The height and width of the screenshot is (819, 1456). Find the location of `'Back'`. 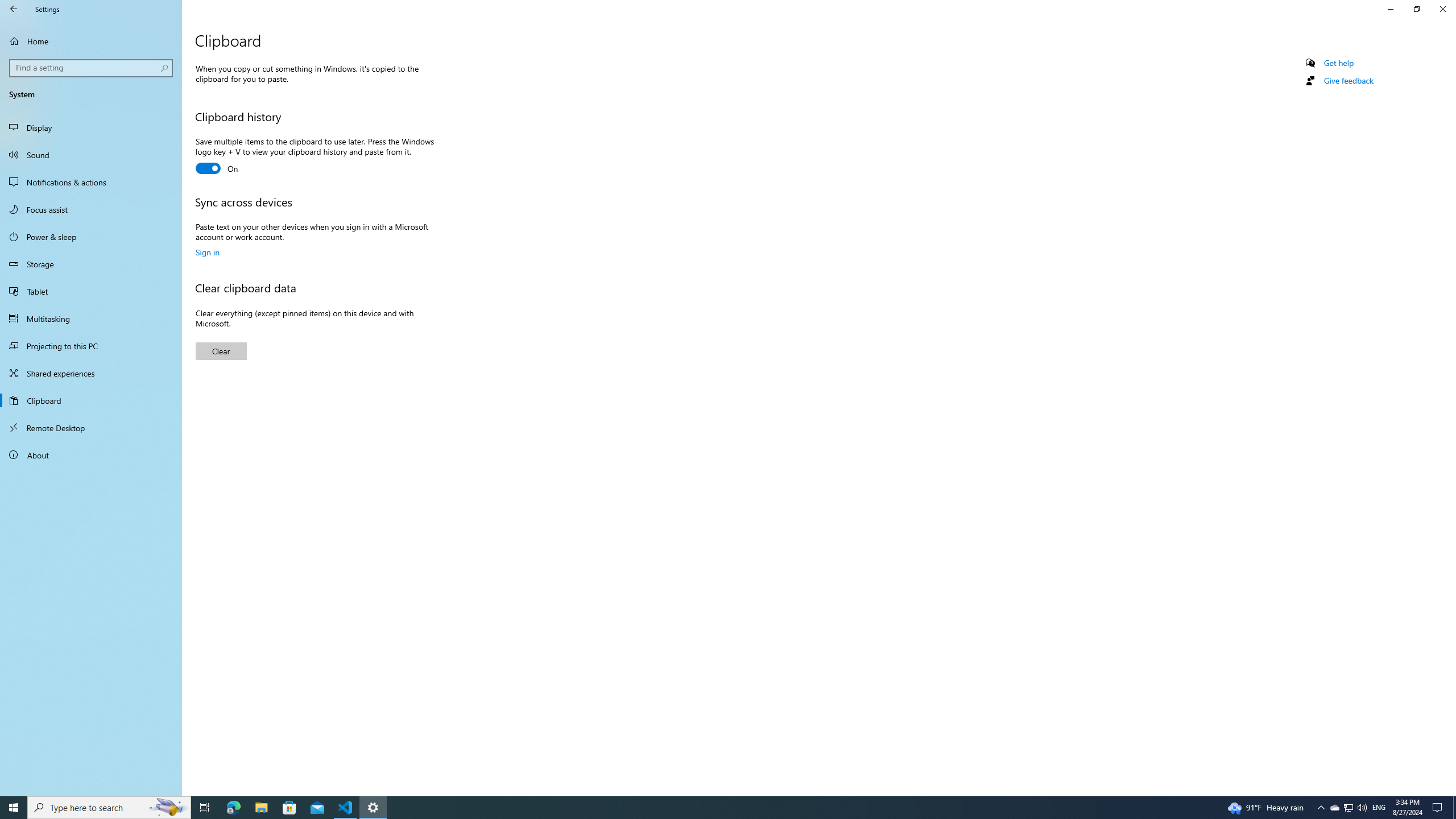

'Back' is located at coordinates (14, 9).